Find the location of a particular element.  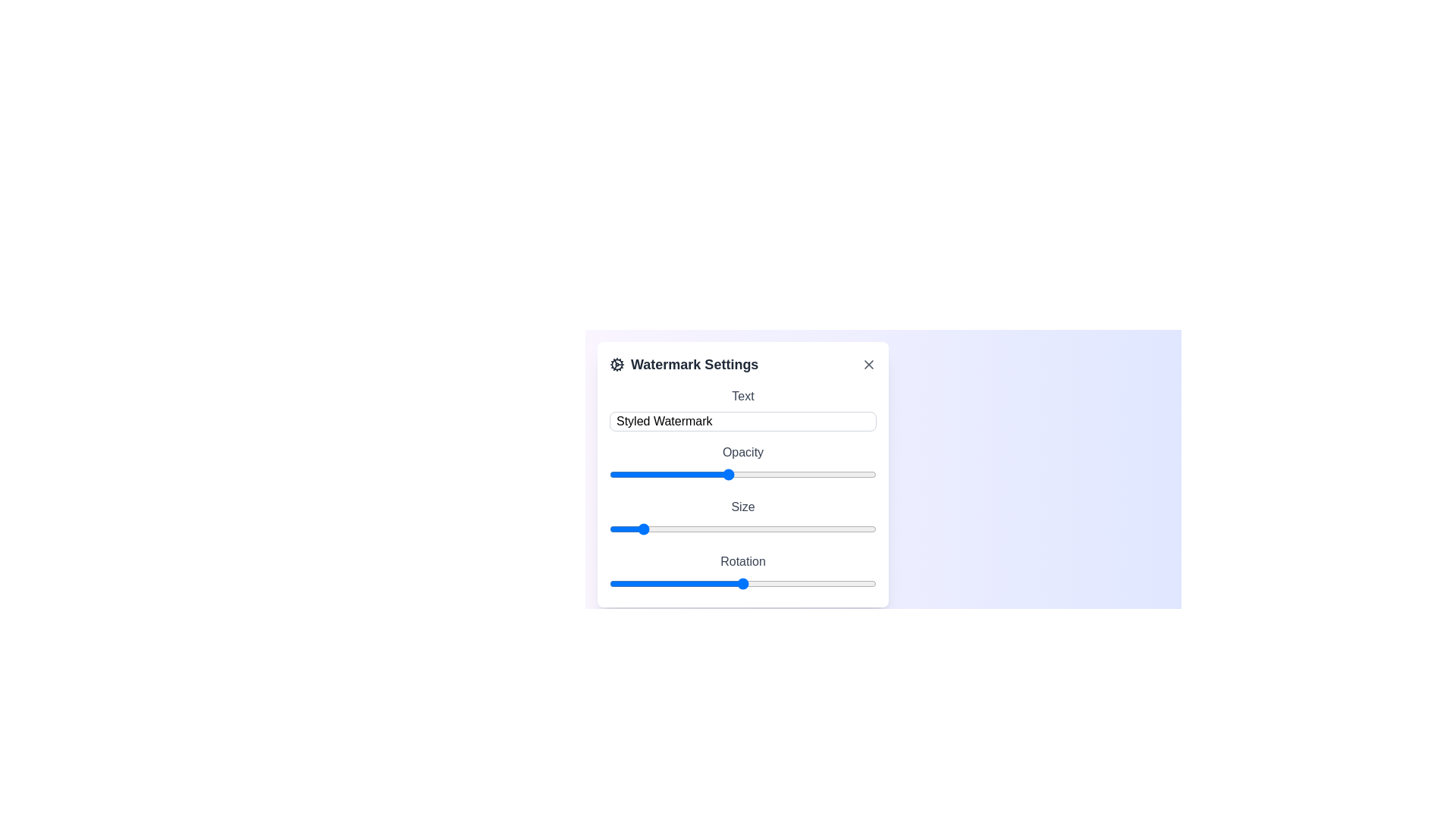

the 'Watermark Settings' header element, which includes an icon and descriptive text, positioned at the top of the settings panel is located at coordinates (683, 365).